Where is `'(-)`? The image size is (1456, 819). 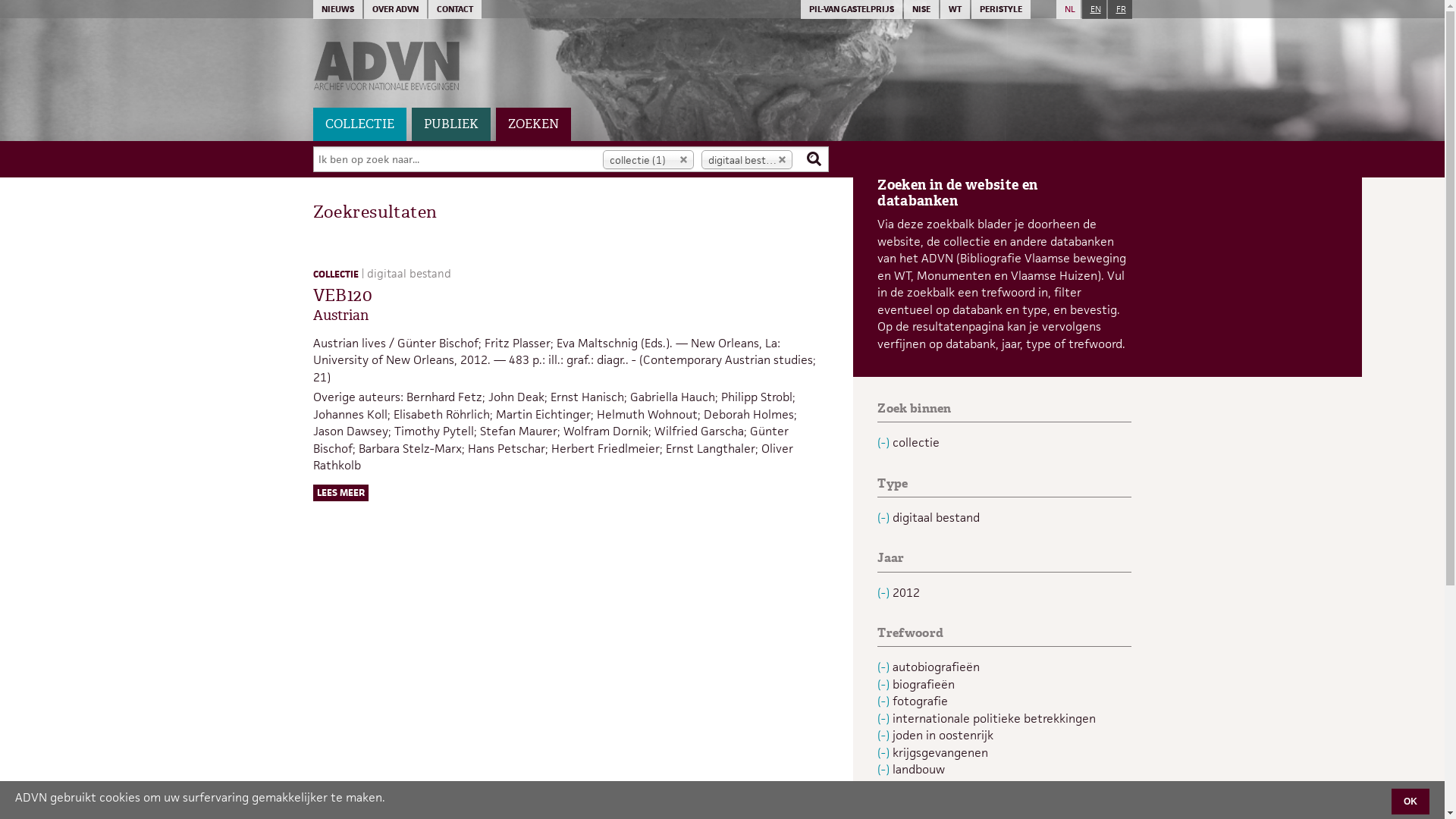 '(-) is located at coordinates (884, 734).